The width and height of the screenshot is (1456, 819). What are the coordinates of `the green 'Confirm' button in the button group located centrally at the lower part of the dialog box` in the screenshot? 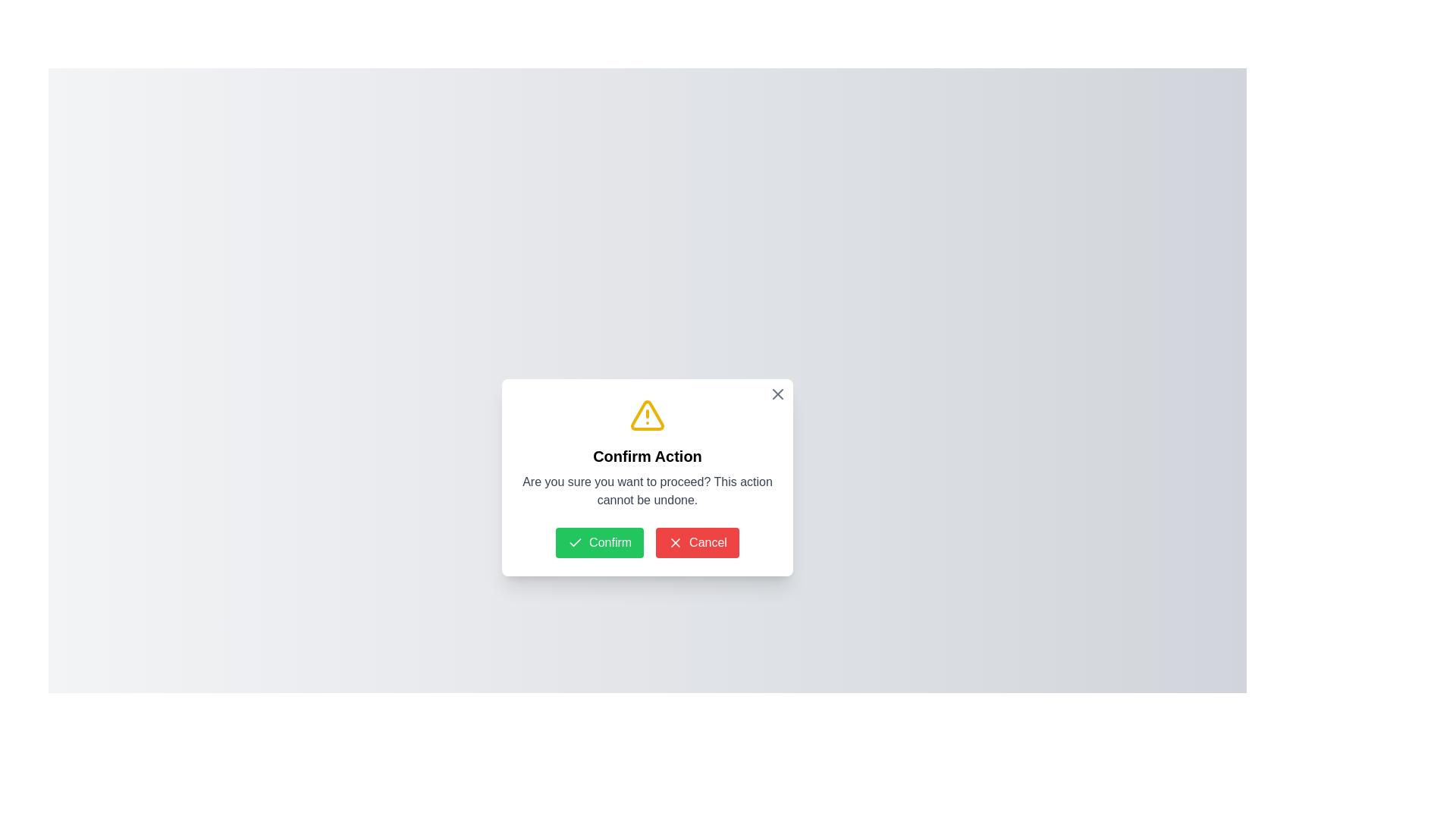 It's located at (648, 542).